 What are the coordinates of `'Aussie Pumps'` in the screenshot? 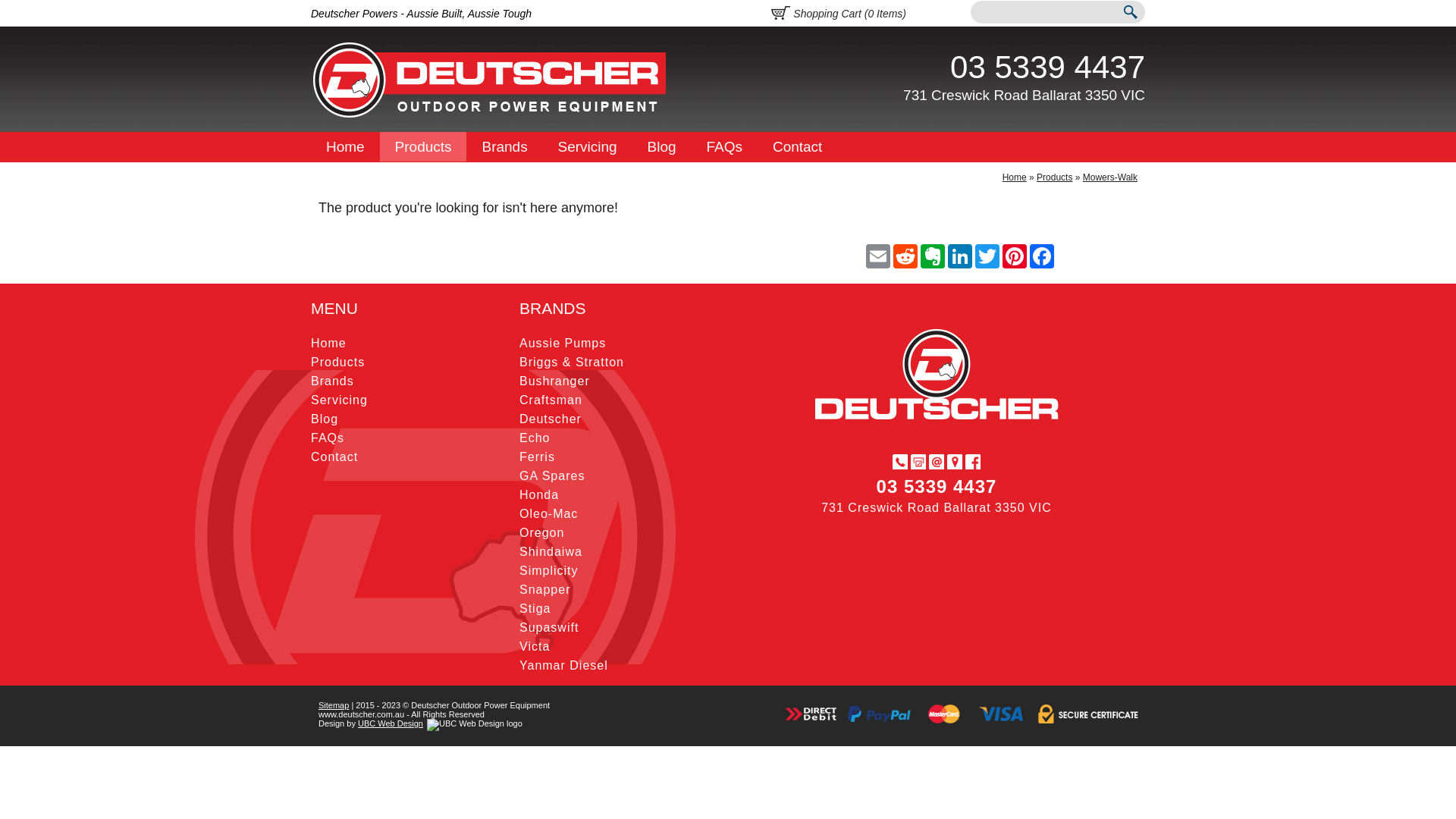 It's located at (519, 343).